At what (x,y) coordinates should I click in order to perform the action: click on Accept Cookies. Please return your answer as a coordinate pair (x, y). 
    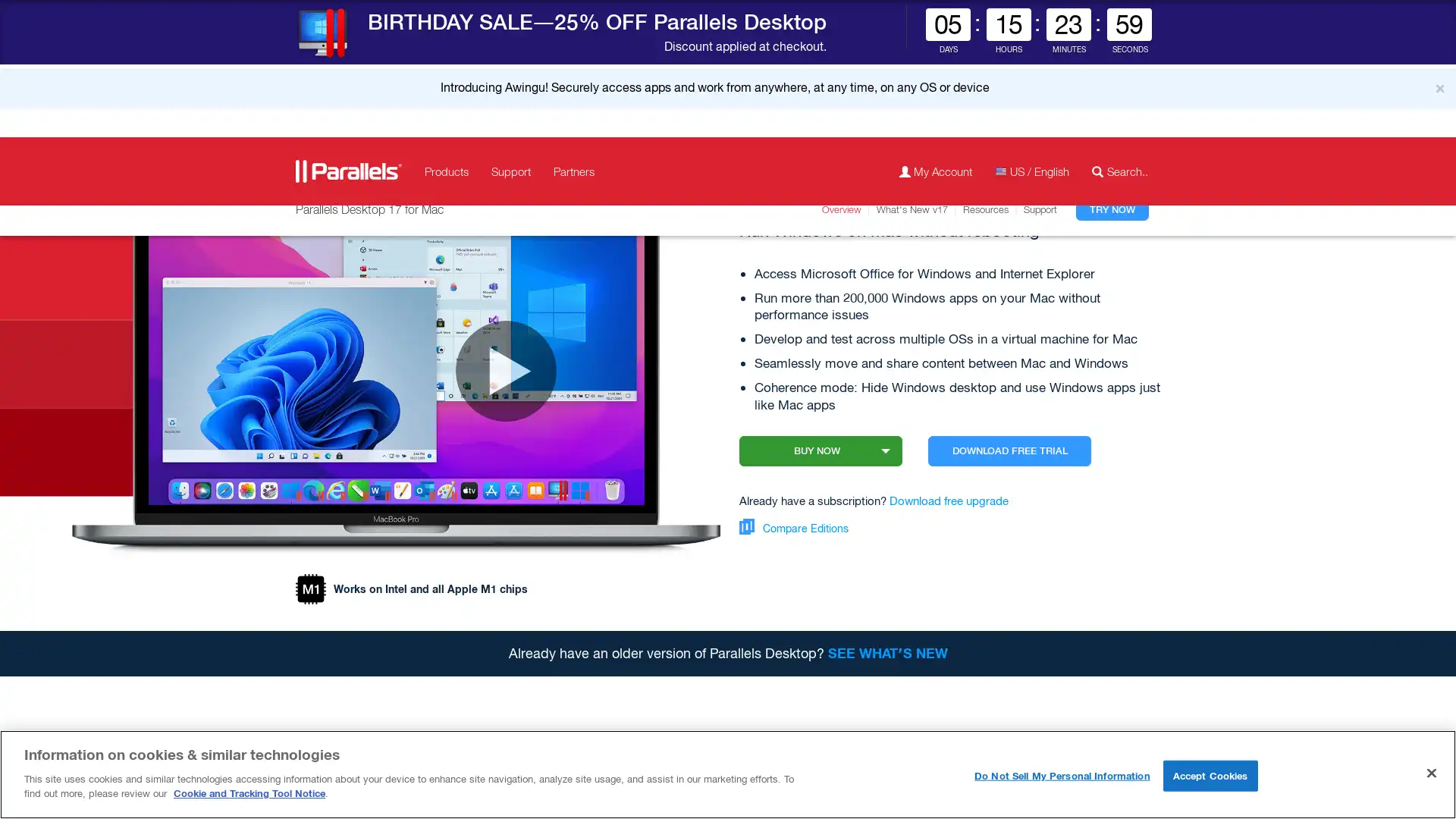
    Looking at the image, I should click on (1209, 775).